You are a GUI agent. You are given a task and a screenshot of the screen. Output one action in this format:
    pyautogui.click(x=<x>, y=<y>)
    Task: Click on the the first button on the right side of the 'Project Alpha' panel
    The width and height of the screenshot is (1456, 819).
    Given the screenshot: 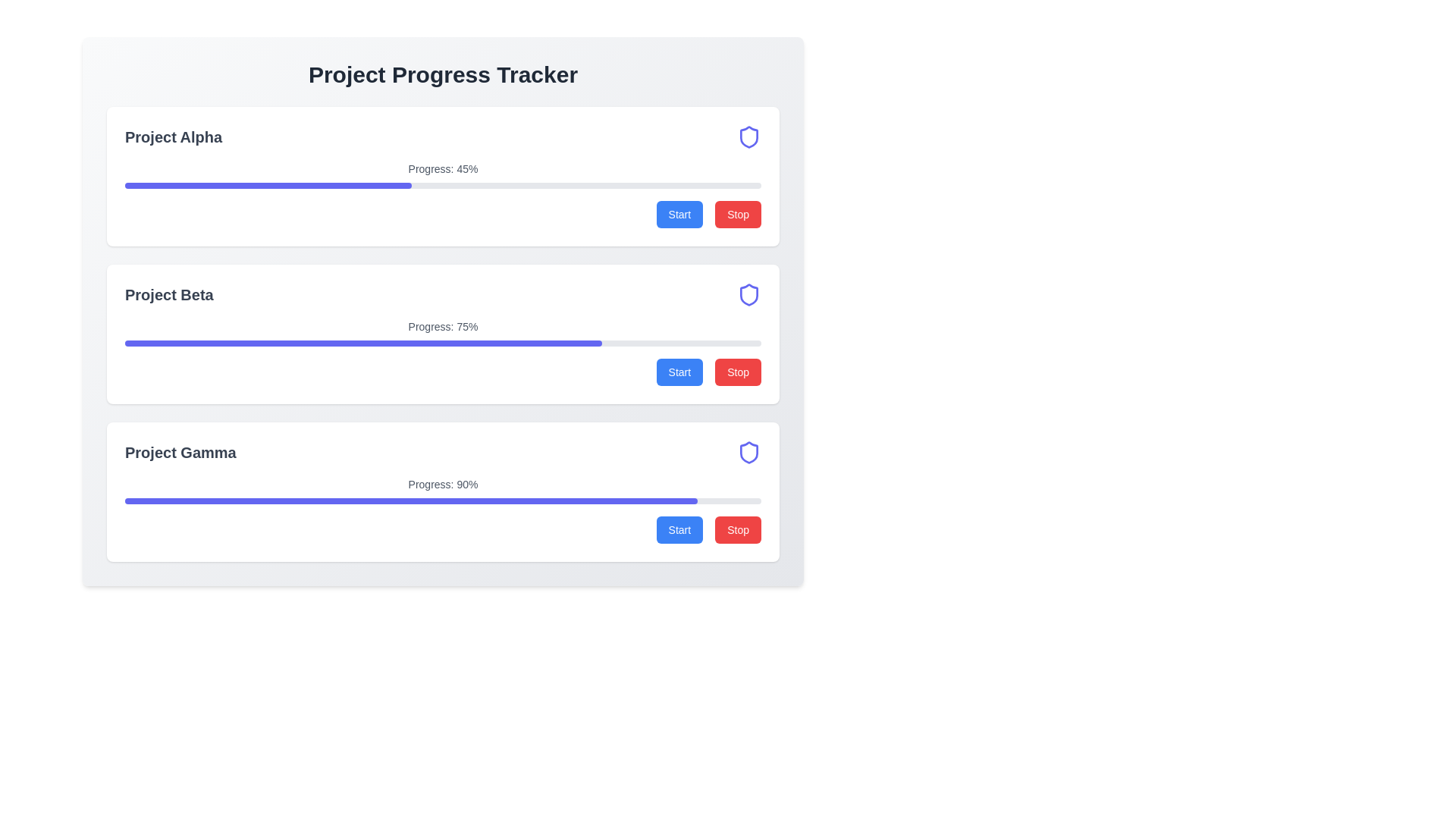 What is the action you would take?
    pyautogui.click(x=679, y=214)
    